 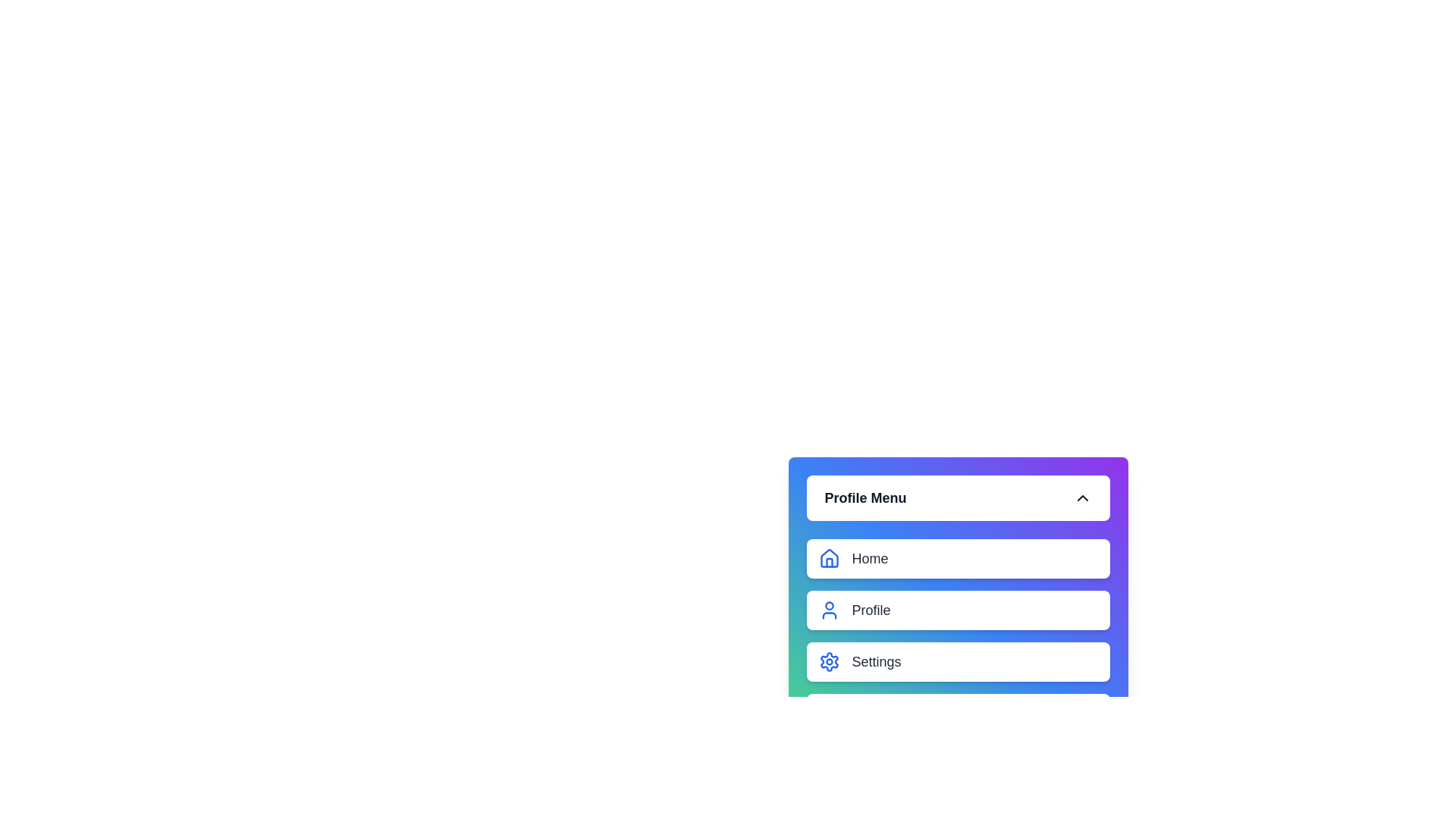 I want to click on the menu item corresponding to Home, so click(x=828, y=558).